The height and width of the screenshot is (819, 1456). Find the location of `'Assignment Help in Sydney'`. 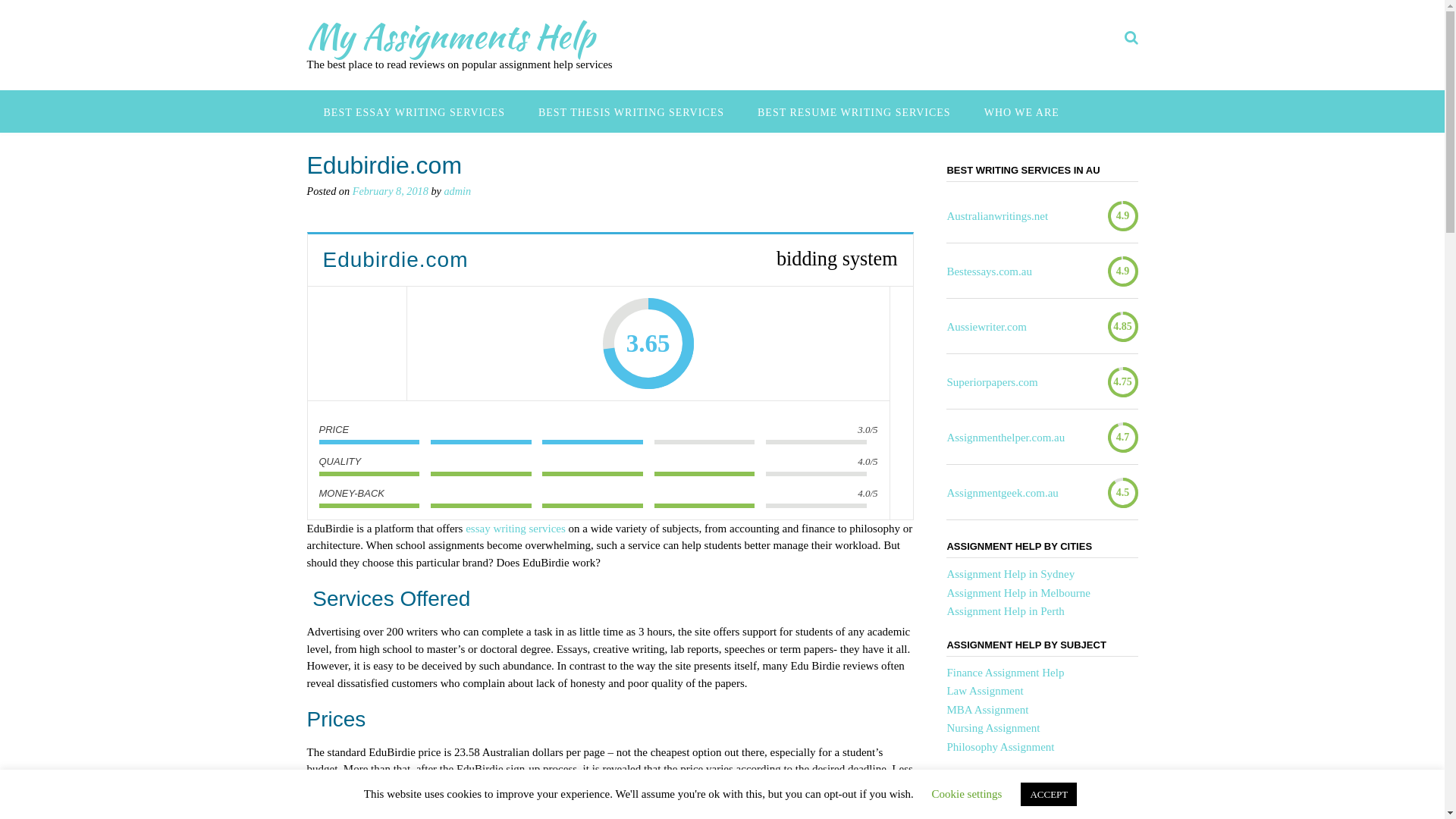

'Assignment Help in Sydney' is located at coordinates (946, 573).